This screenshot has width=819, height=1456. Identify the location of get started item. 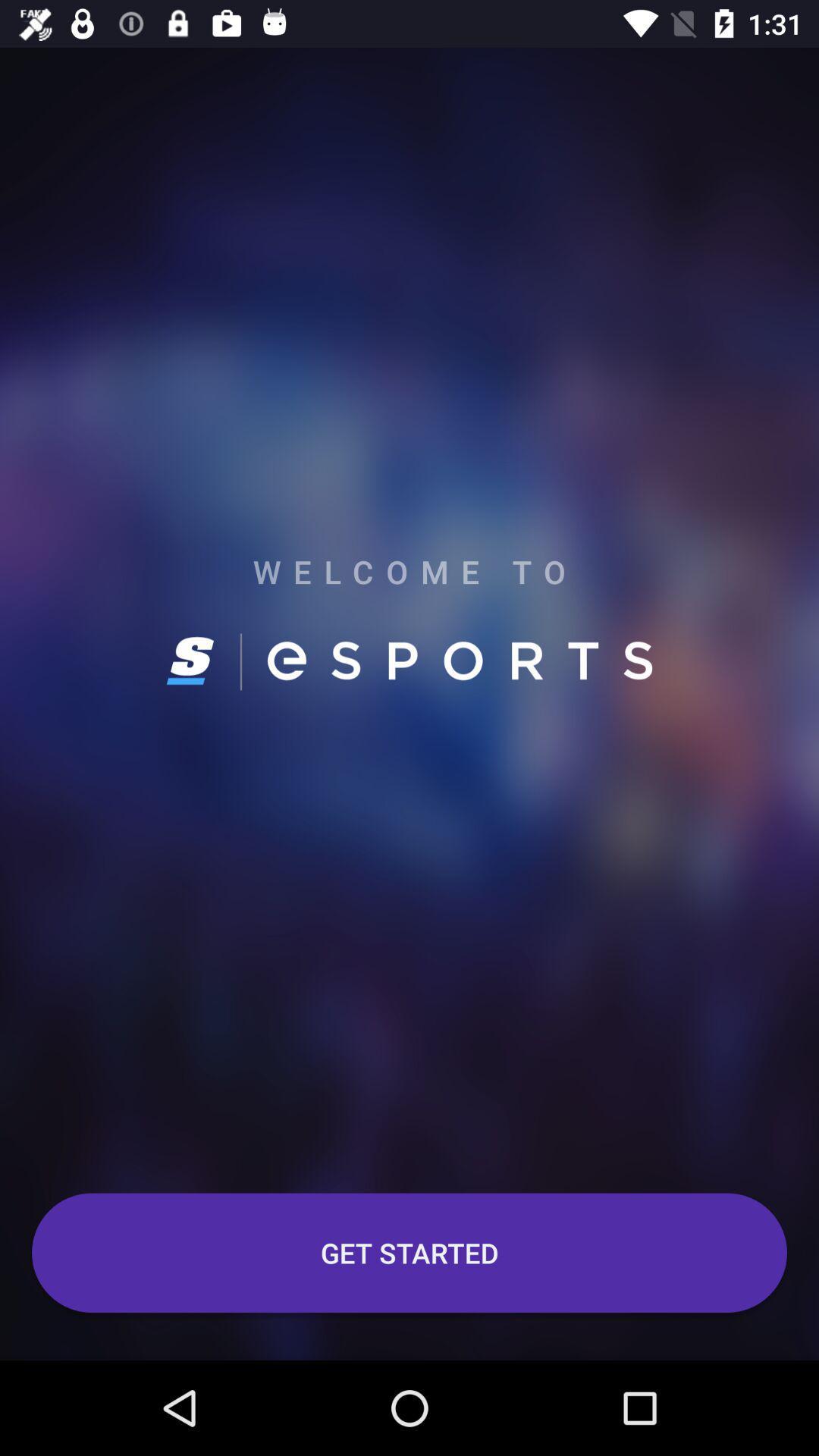
(409, 1253).